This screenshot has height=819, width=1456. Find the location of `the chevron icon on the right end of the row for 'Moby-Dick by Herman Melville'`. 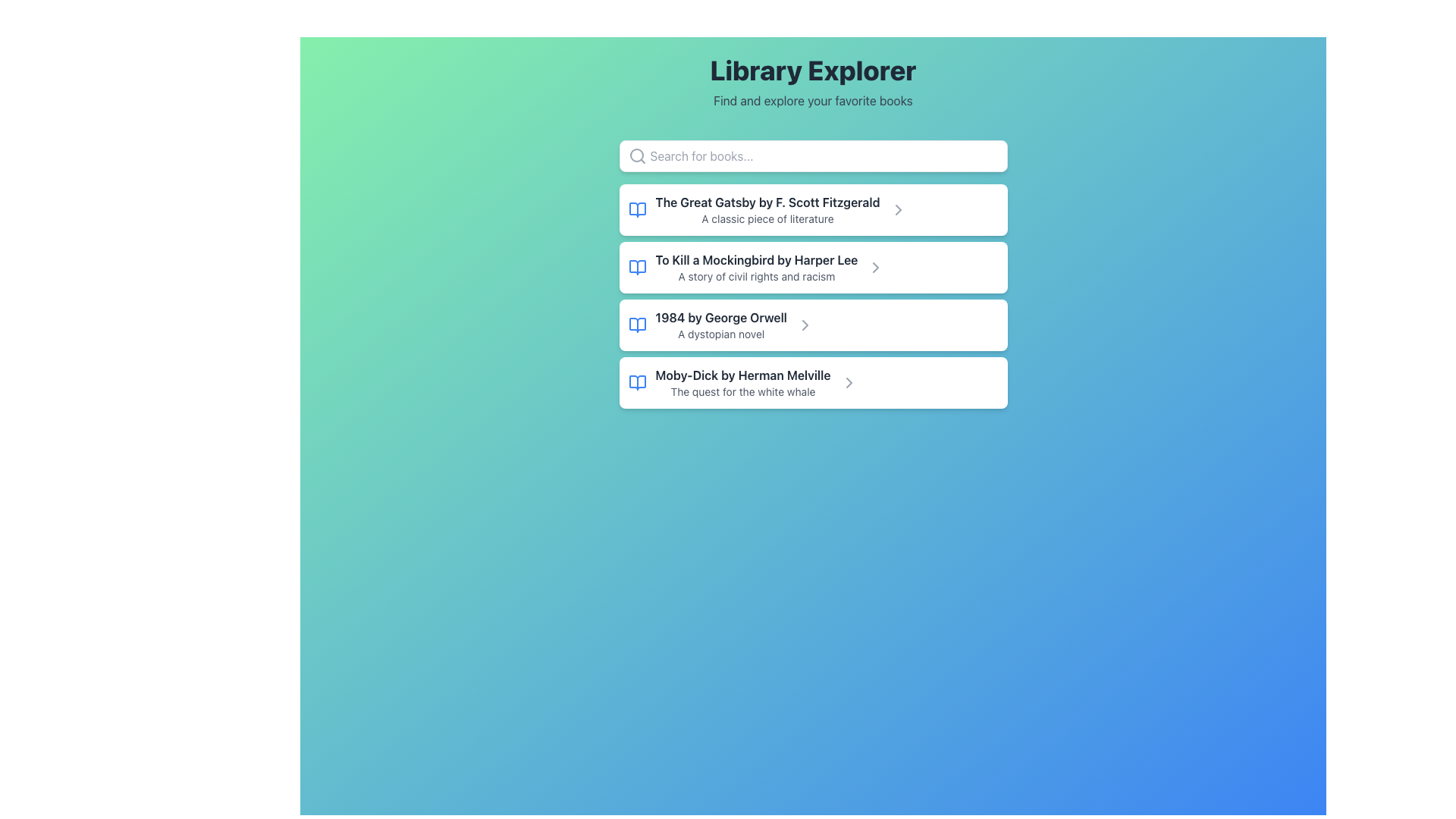

the chevron icon on the right end of the row for 'Moby-Dick by Herman Melville' is located at coordinates (848, 382).